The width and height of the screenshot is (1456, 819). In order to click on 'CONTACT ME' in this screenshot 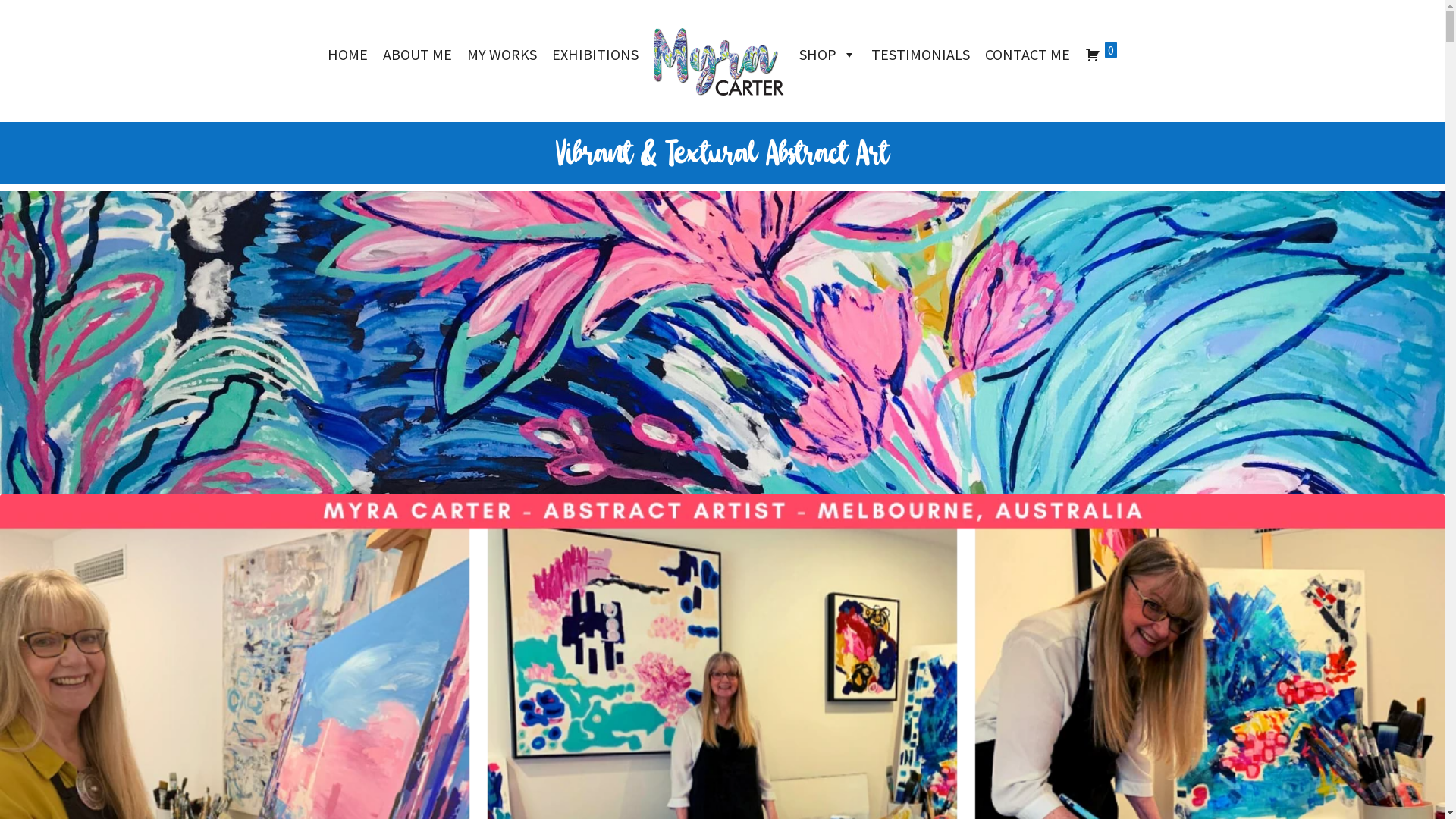, I will do `click(1027, 54)`.